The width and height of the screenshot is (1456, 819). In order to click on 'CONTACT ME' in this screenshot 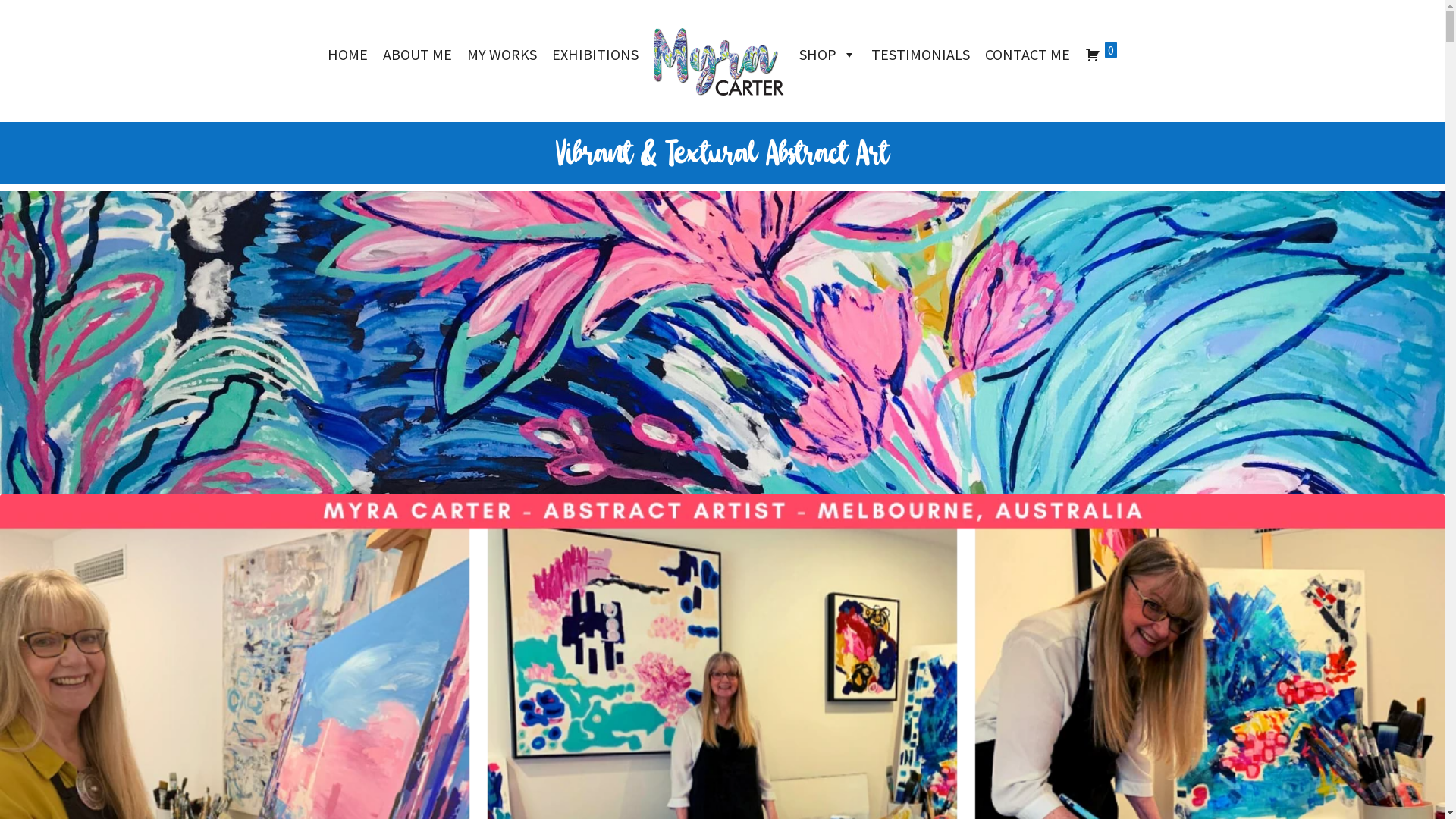, I will do `click(1027, 54)`.